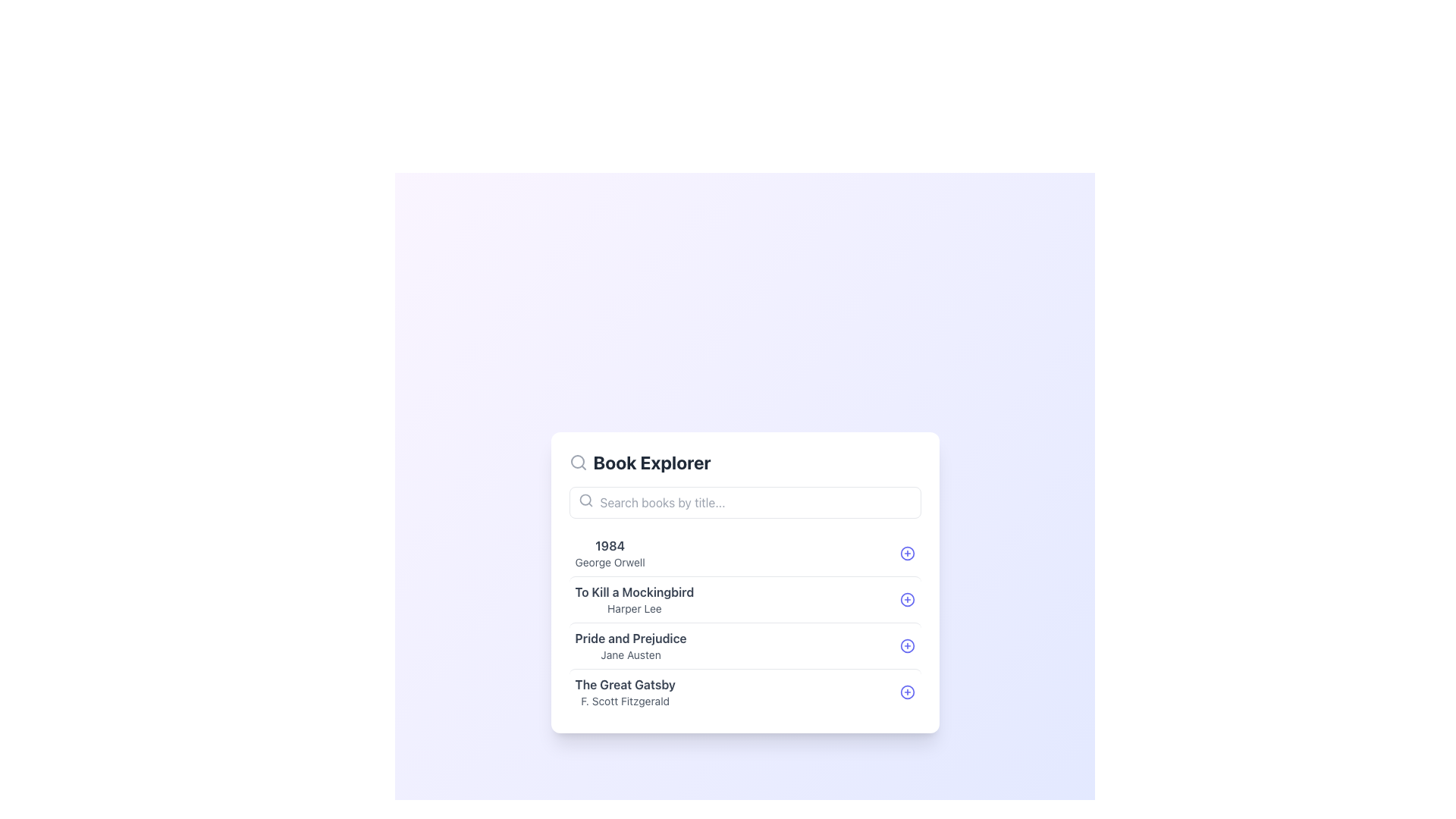 This screenshot has height=819, width=1456. I want to click on to select the first book option '1984' by George Orwell in the 'Book Explorer' section, which is positioned below the search bar, so click(745, 553).